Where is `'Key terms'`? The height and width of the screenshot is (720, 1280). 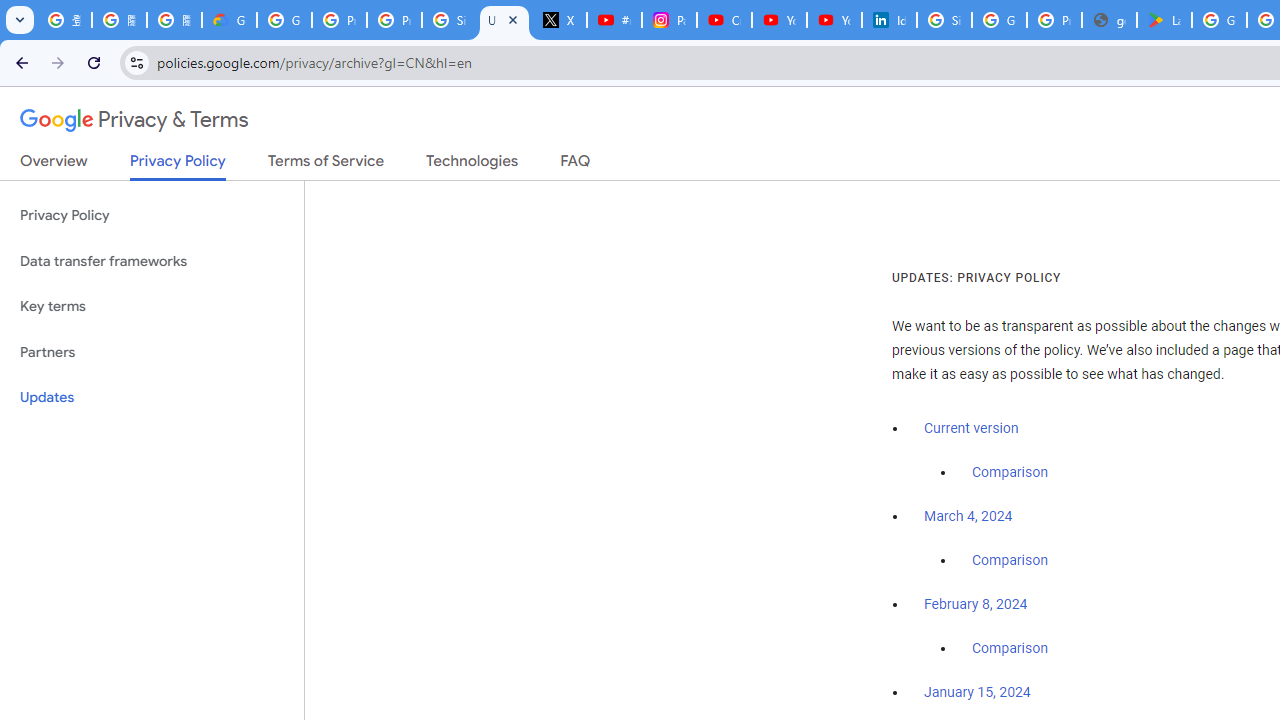 'Key terms' is located at coordinates (151, 306).